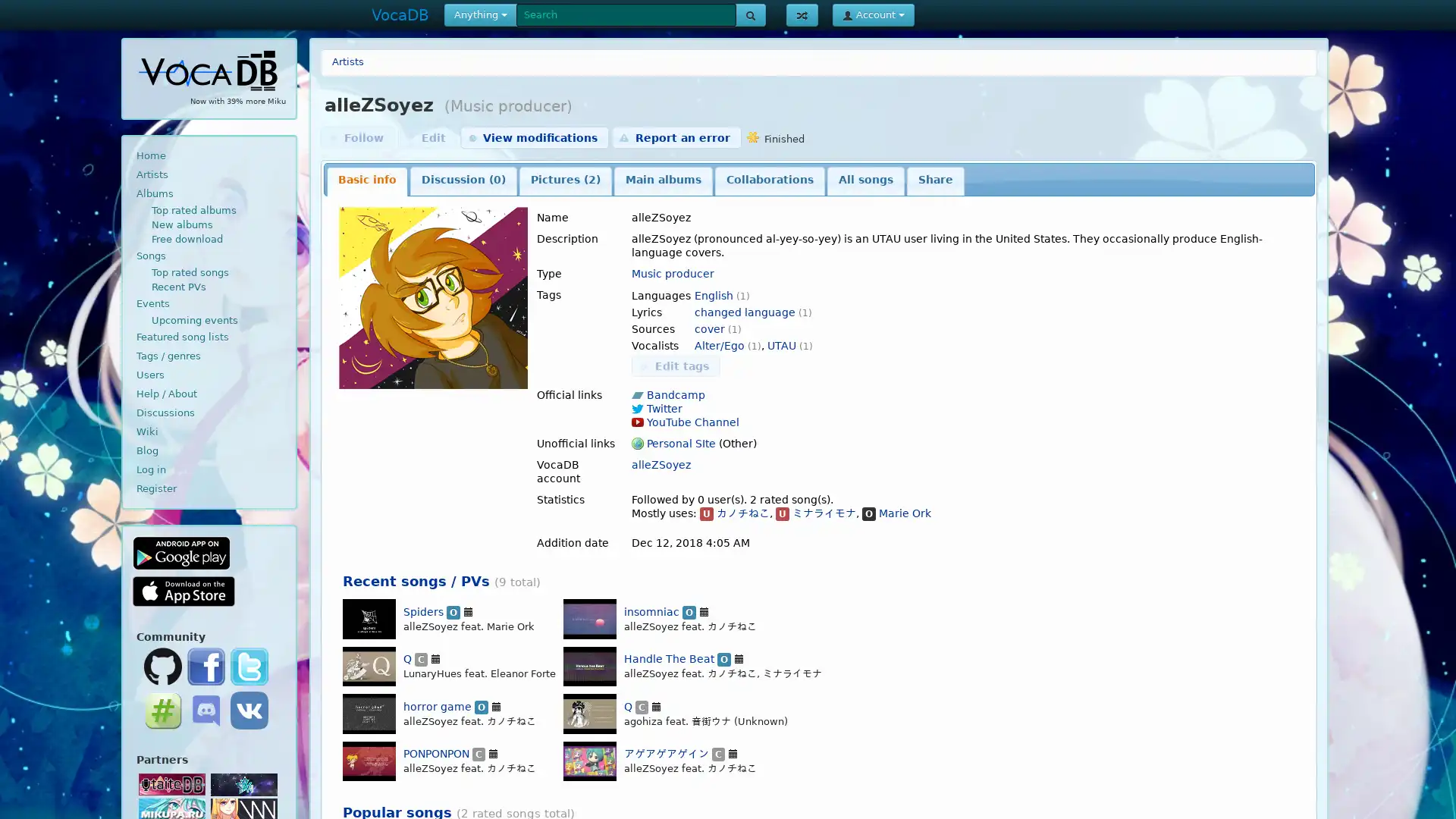  I want to click on View modifications, so click(534, 137).